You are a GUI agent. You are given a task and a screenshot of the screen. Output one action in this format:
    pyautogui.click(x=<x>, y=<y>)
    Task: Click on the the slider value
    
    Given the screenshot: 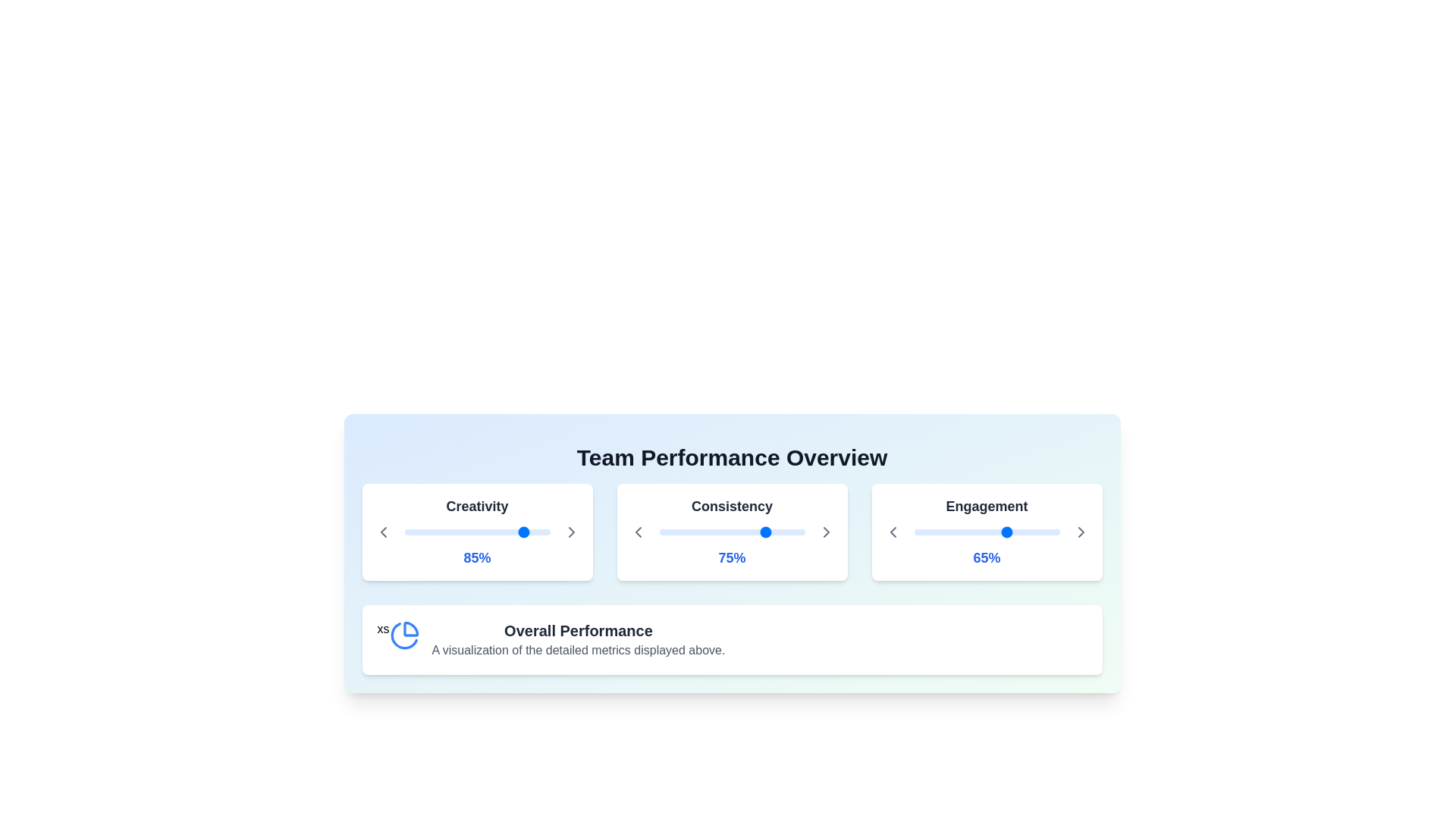 What is the action you would take?
    pyautogui.click(x=683, y=532)
    